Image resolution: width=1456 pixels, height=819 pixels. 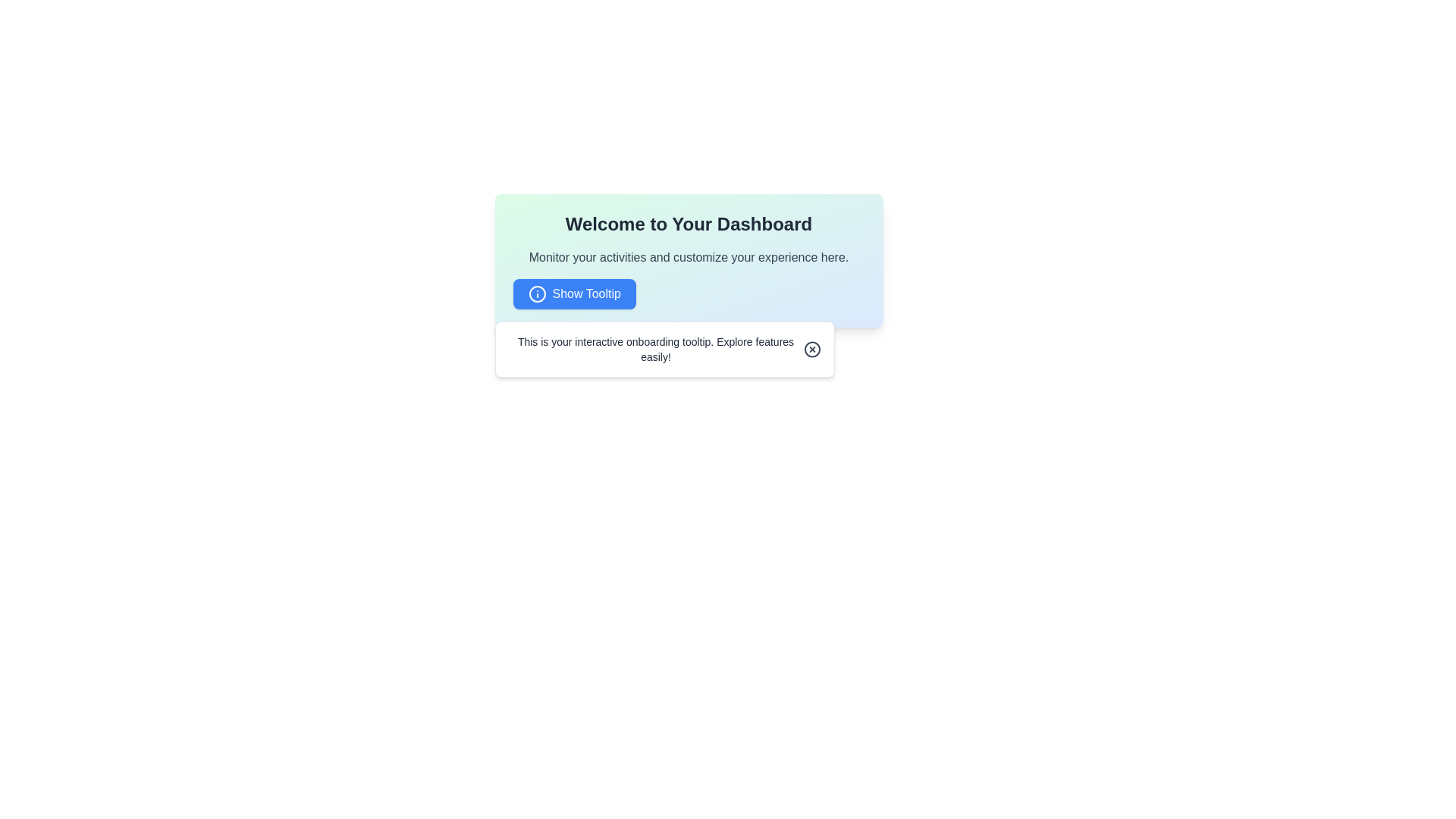 I want to click on the Text Block with Explanation that contains the heading 'Welcome to Your Dashboard' and the 'Show Tooltip' button, so click(x=688, y=259).